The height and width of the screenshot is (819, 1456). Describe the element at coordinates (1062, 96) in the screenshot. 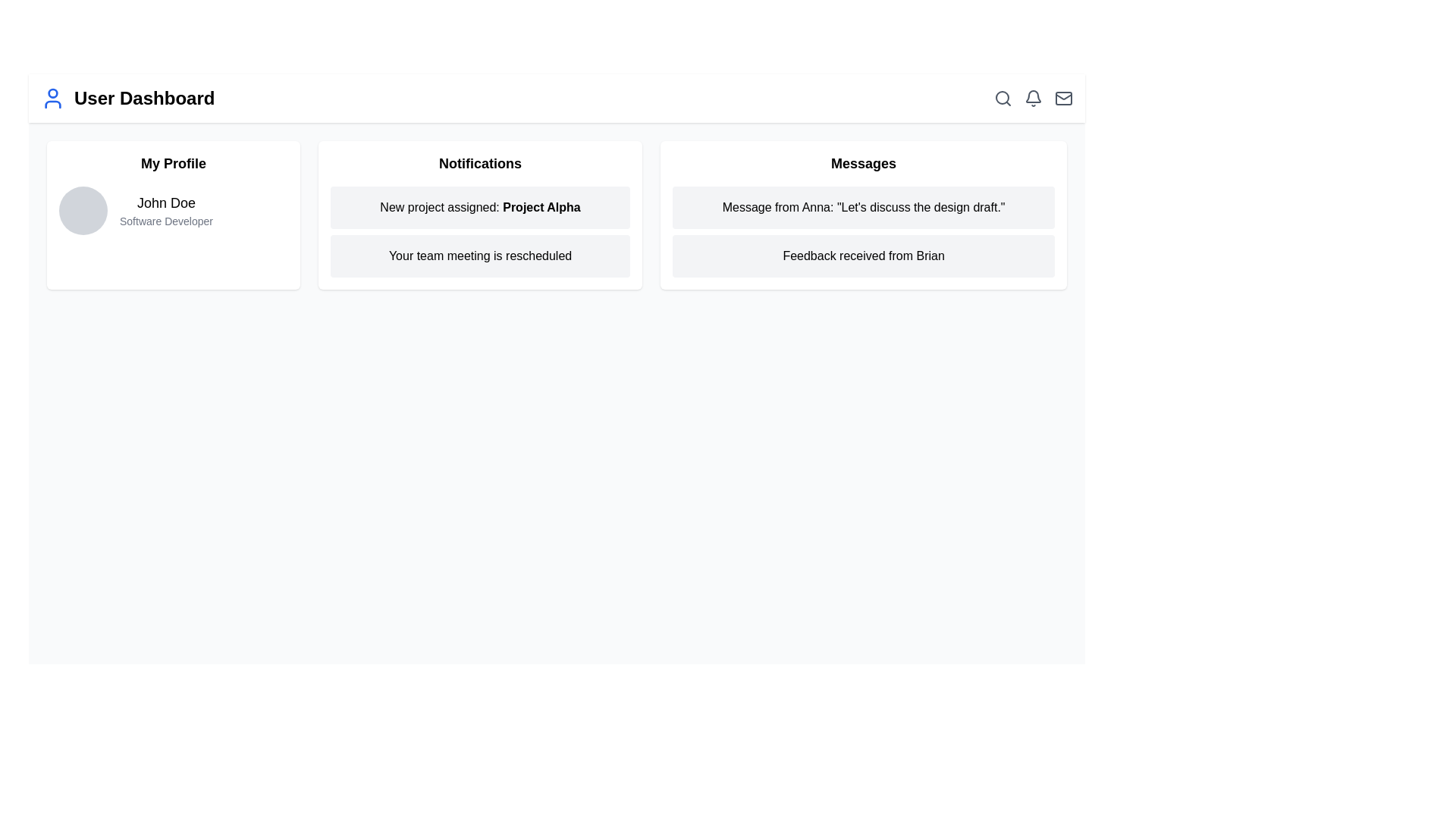

I see `the envelope icon located in the upper right corner of the user interface, next to the bell icon and above the flag icon, to interact with it` at that location.